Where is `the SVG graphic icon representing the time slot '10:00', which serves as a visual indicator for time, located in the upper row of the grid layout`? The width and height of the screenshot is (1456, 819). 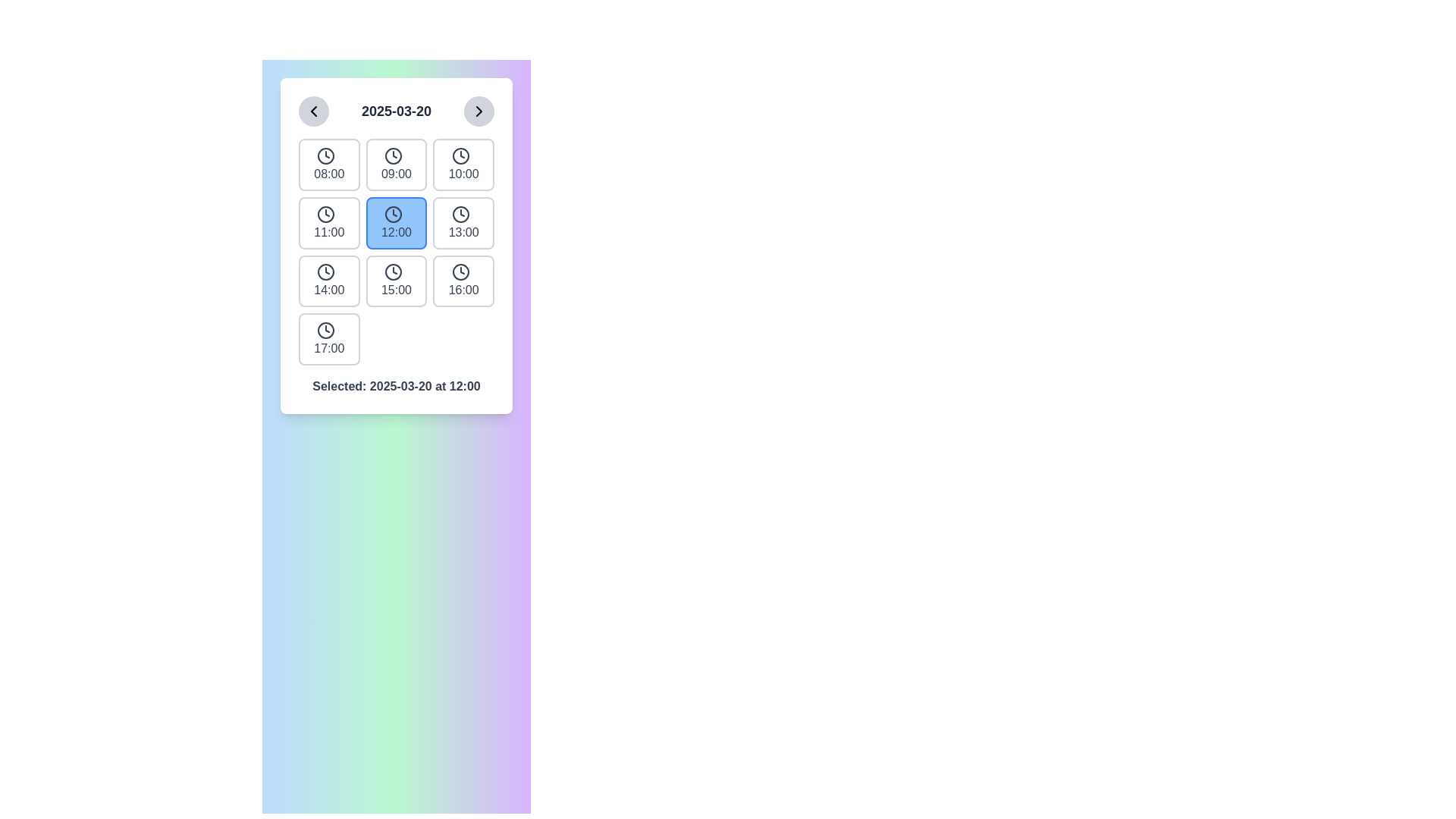
the SVG graphic icon representing the time slot '10:00', which serves as a visual indicator for time, located in the upper row of the grid layout is located at coordinates (460, 155).